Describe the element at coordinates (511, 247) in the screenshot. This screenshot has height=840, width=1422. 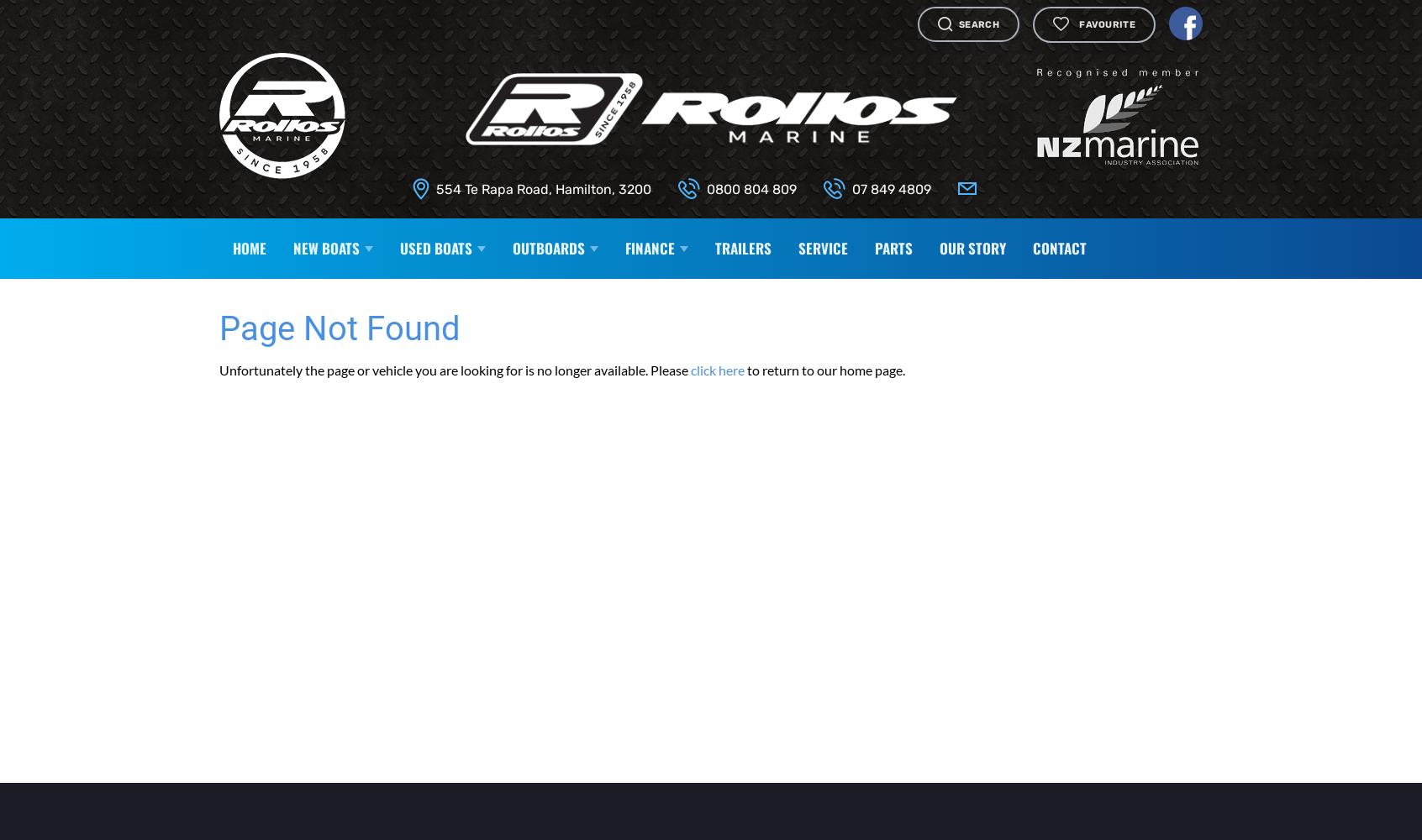
I see `'Outboards'` at that location.